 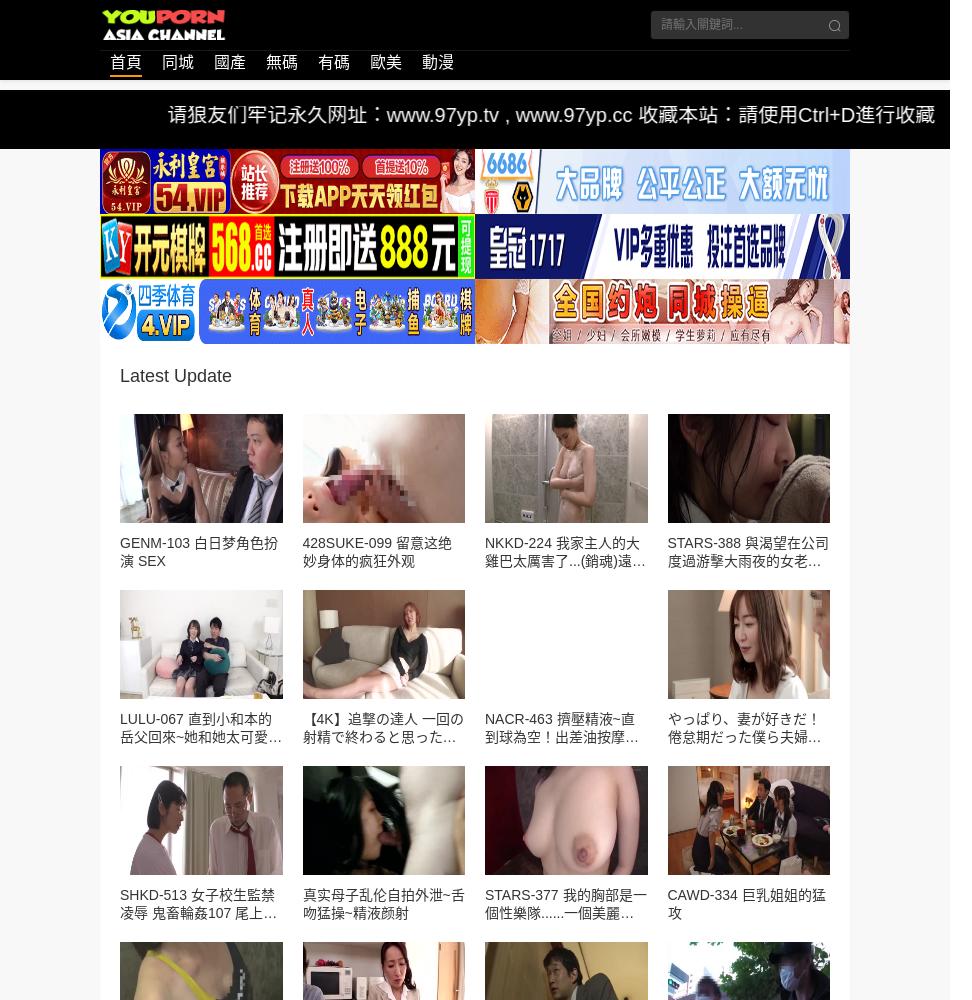 What do you see at coordinates (238, 310) in the screenshot?
I see `'浏览:'` at bounding box center [238, 310].